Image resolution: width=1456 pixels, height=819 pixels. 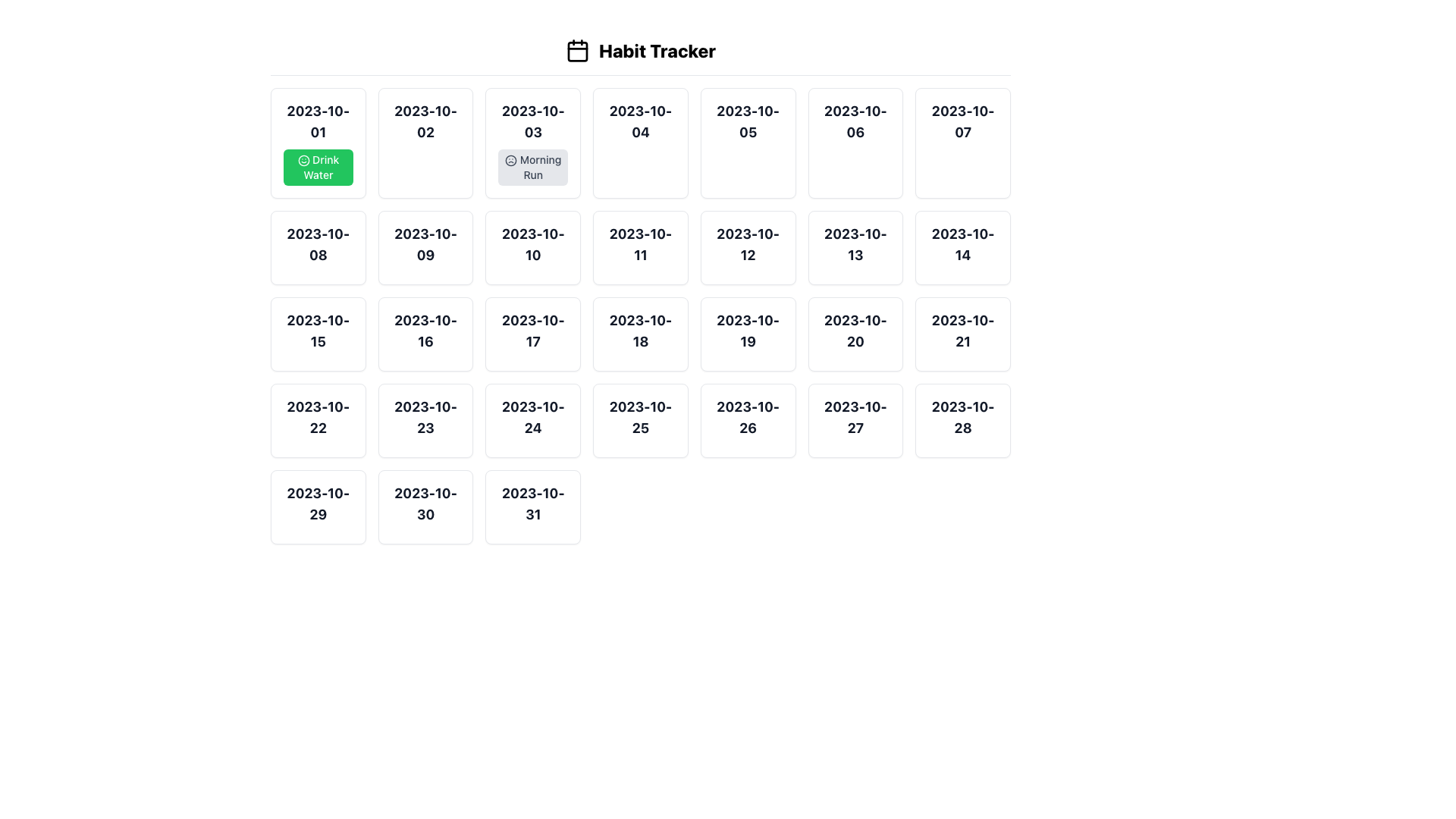 I want to click on the text label displaying '2023-10-12', which is bold and large, located in the third row and fifth column of the calendar grid layout, so click(x=748, y=244).